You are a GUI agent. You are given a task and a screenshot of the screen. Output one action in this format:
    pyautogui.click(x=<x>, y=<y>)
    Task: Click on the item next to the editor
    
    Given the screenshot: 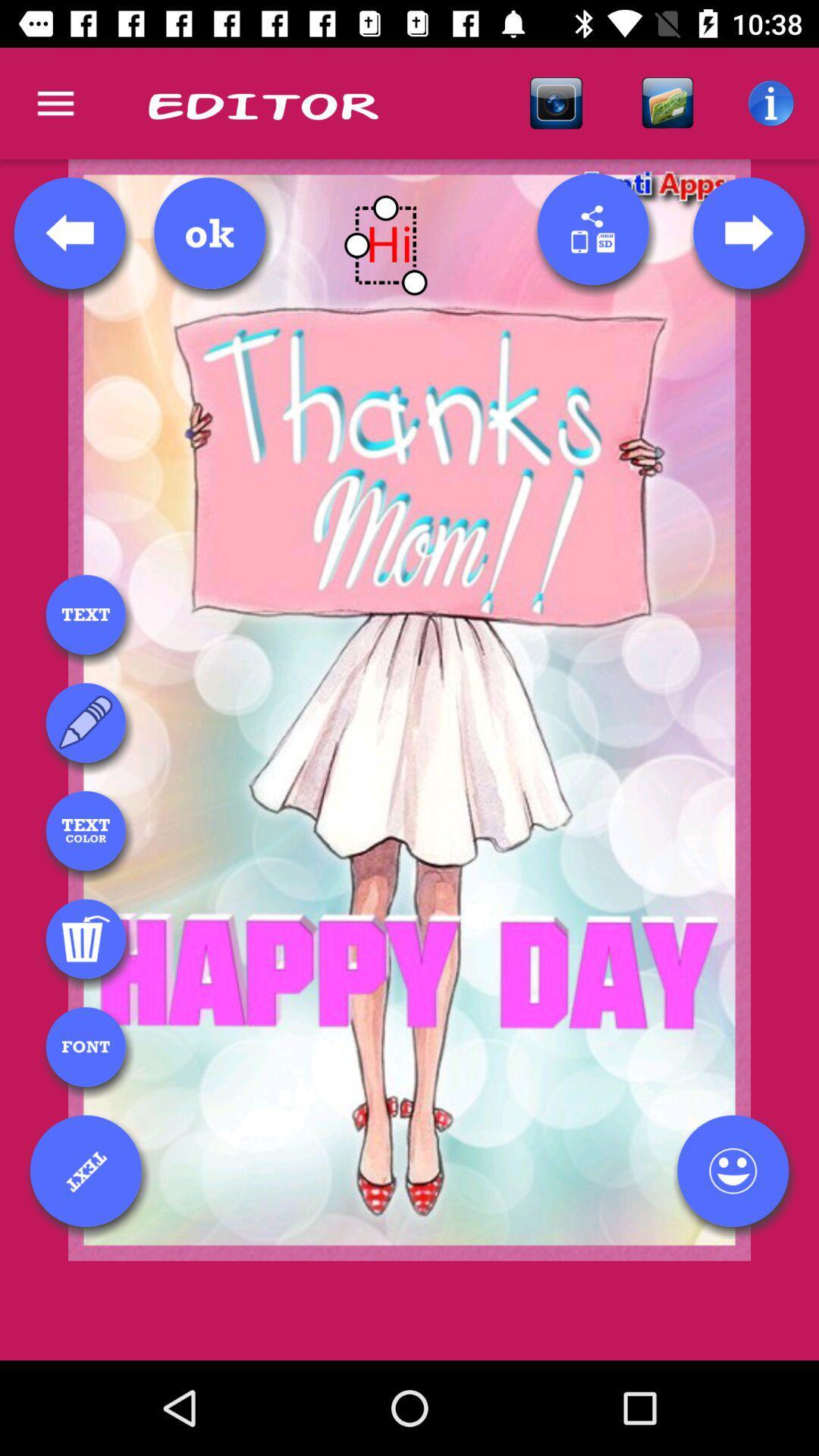 What is the action you would take?
    pyautogui.click(x=556, y=102)
    